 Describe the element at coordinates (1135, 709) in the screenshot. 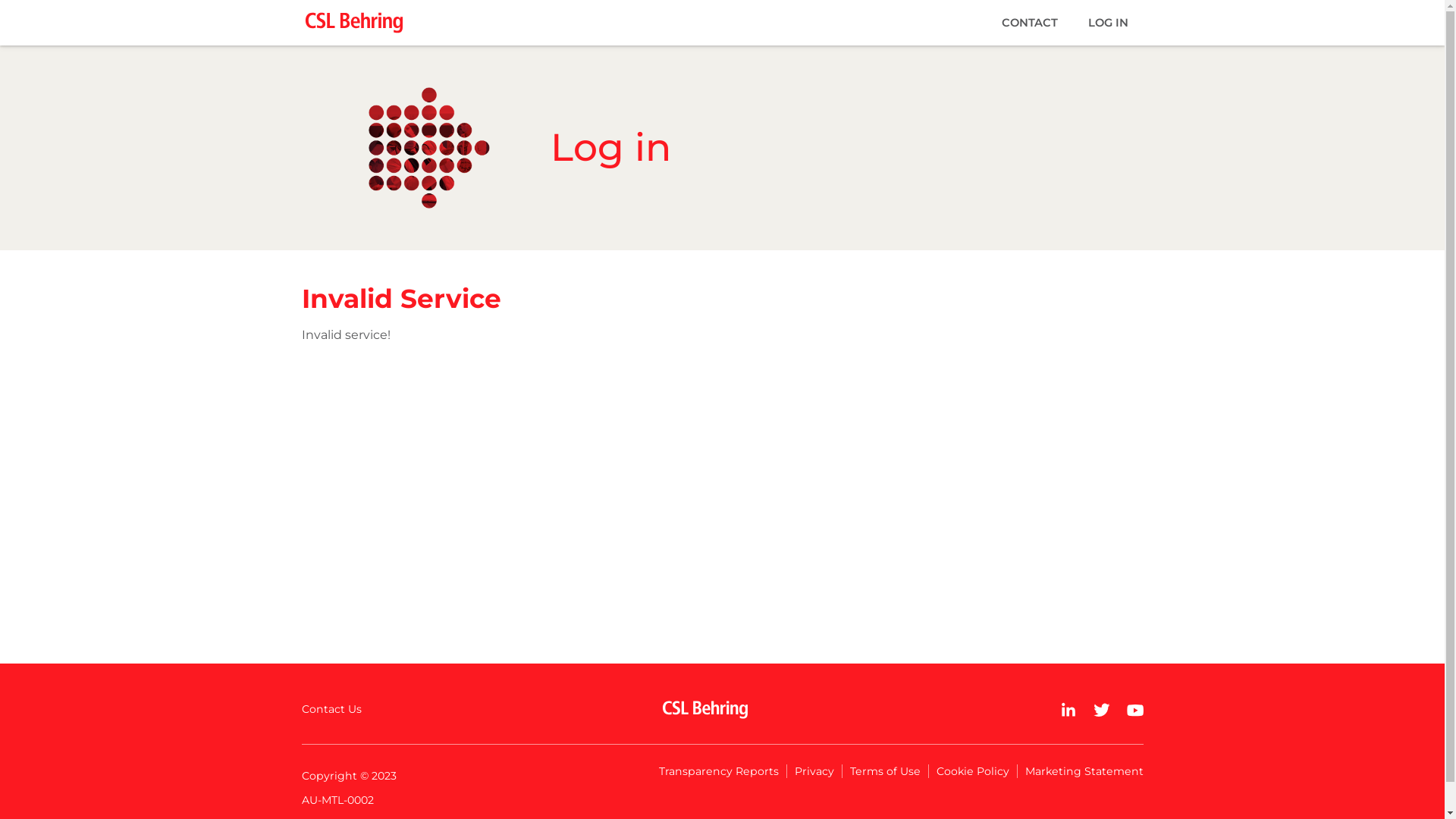

I see `'YouTube'` at that location.